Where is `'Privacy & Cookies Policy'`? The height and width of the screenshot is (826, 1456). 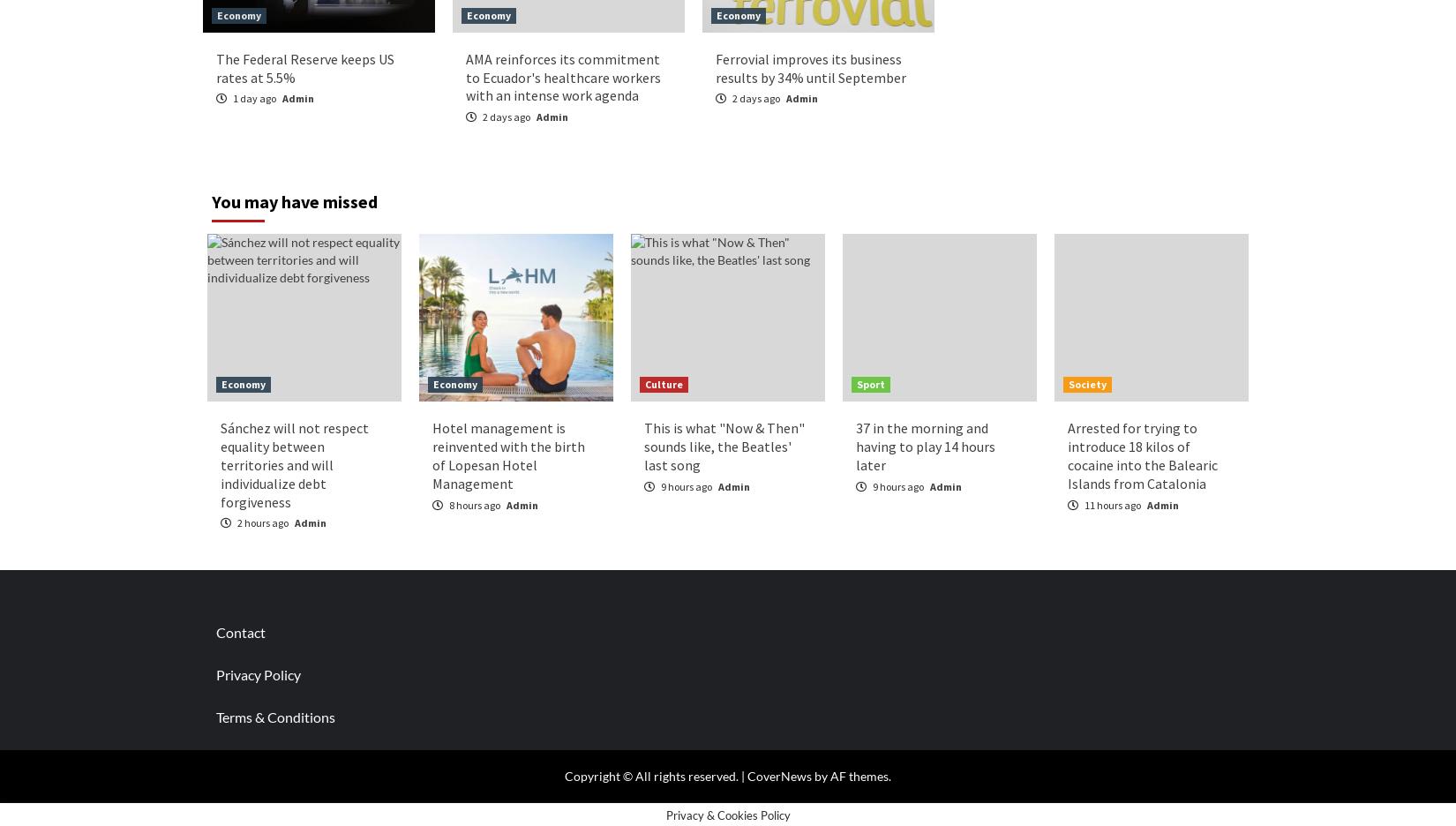
'Privacy & Cookies Policy' is located at coordinates (726, 814).